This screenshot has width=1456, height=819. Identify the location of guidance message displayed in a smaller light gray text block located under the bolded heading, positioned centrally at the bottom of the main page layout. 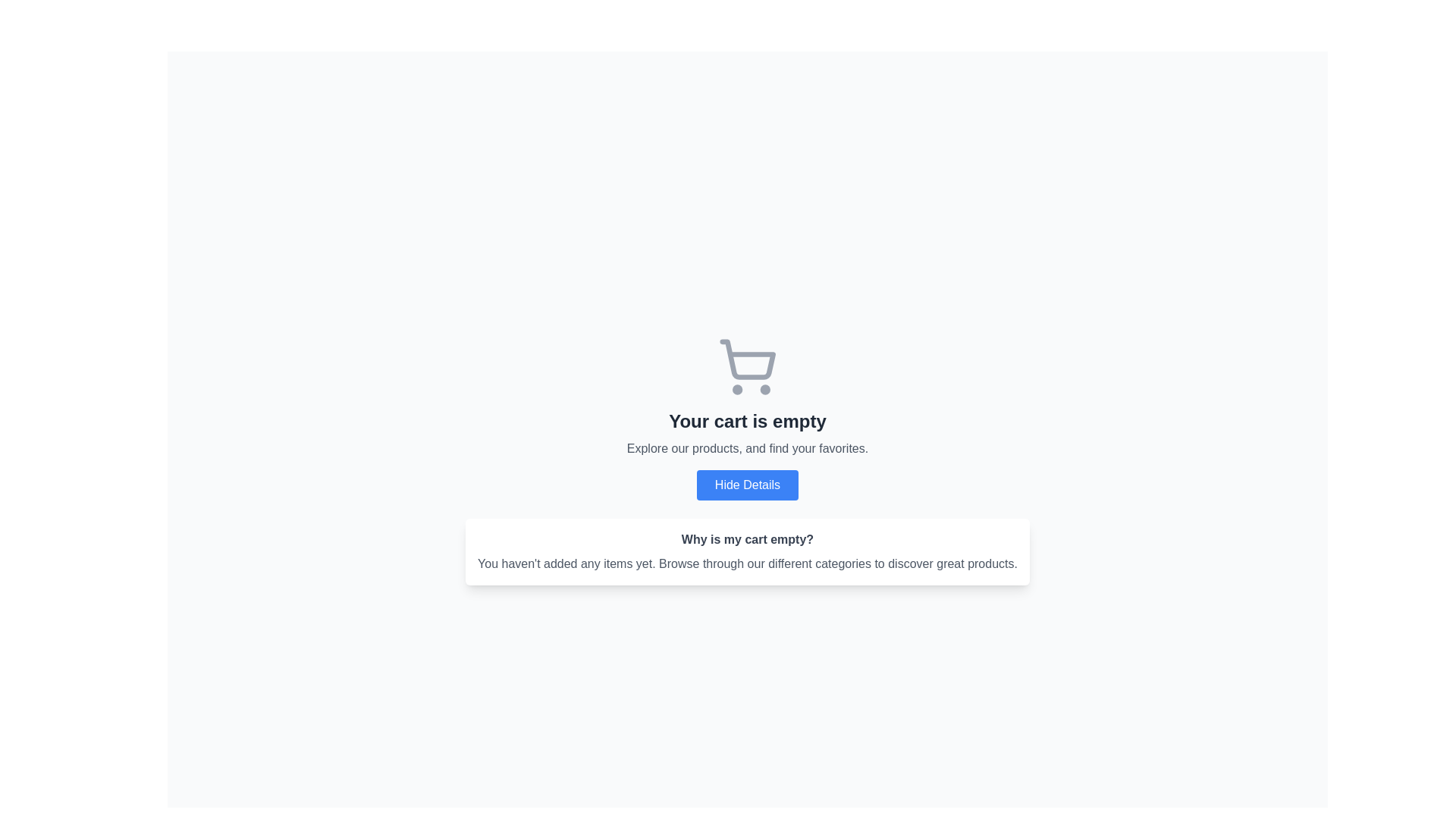
(747, 564).